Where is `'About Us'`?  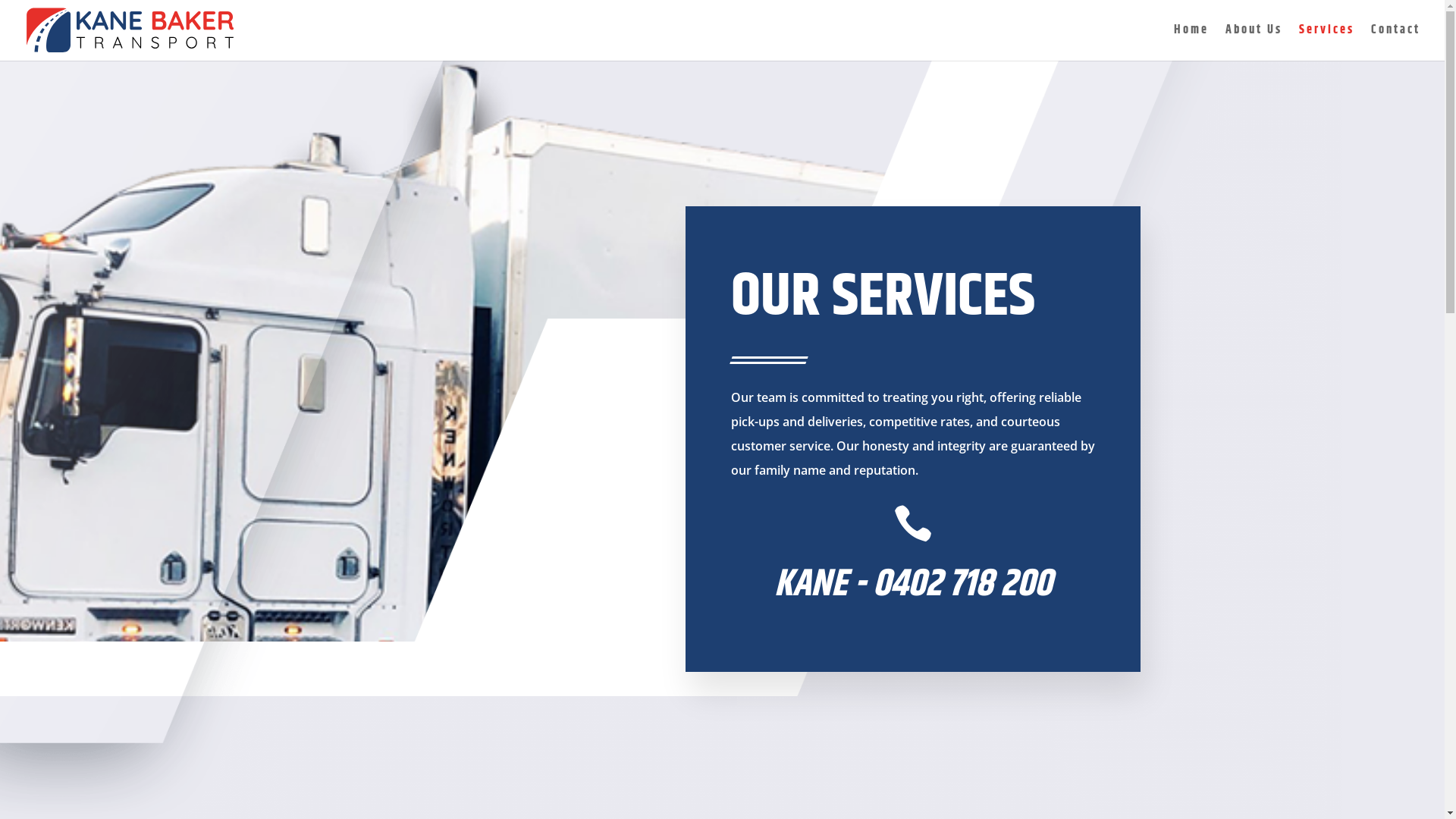 'About Us' is located at coordinates (1254, 42).